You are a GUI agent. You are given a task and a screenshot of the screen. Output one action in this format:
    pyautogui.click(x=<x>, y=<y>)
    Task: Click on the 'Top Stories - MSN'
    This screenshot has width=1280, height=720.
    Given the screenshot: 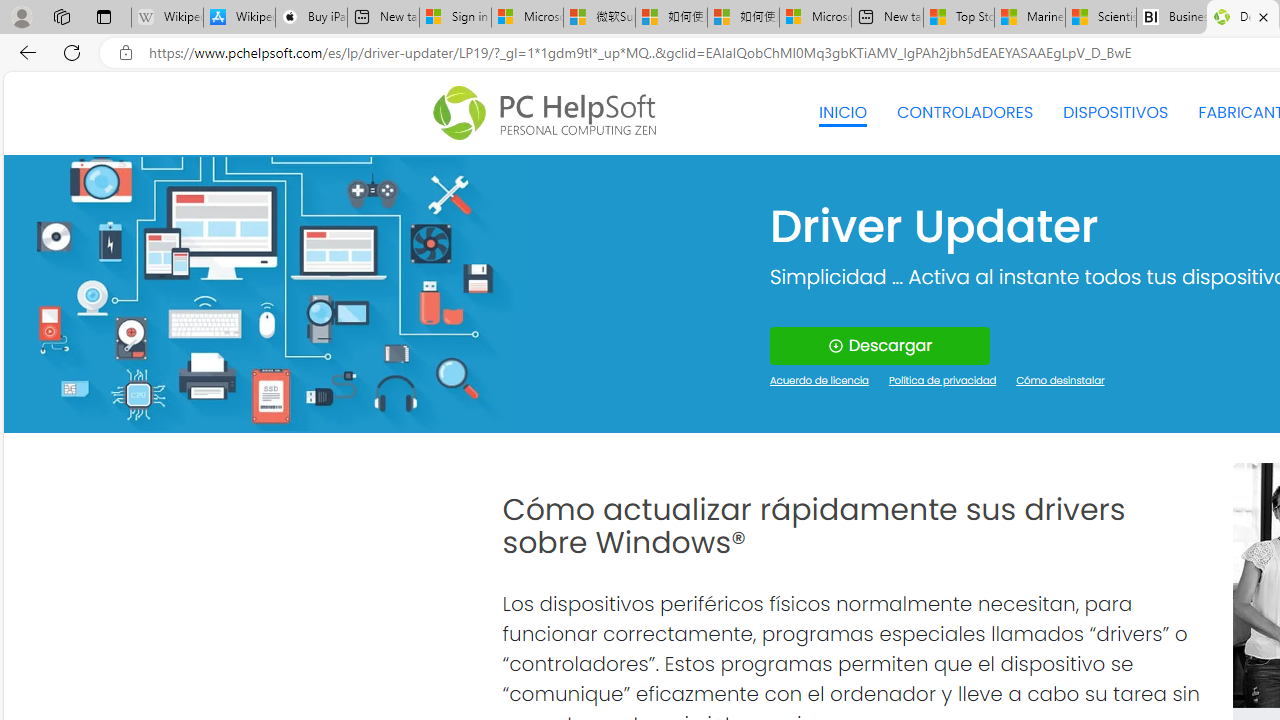 What is the action you would take?
    pyautogui.click(x=958, y=17)
    